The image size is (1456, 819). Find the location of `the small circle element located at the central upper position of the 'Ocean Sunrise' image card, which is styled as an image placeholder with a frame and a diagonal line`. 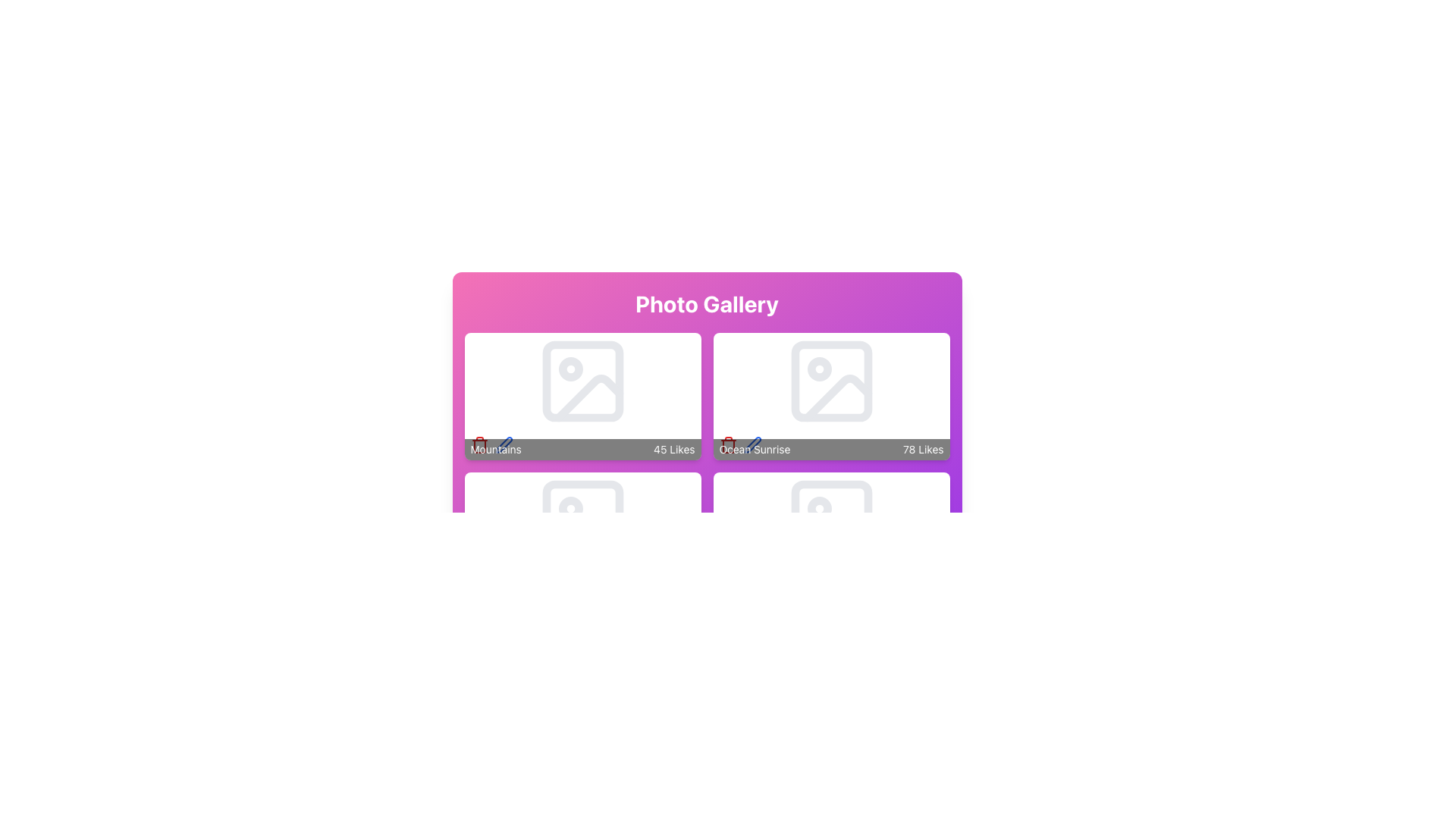

the small circle element located at the central upper position of the 'Ocean Sunrise' image card, which is styled as an image placeholder with a frame and a diagonal line is located at coordinates (818, 369).